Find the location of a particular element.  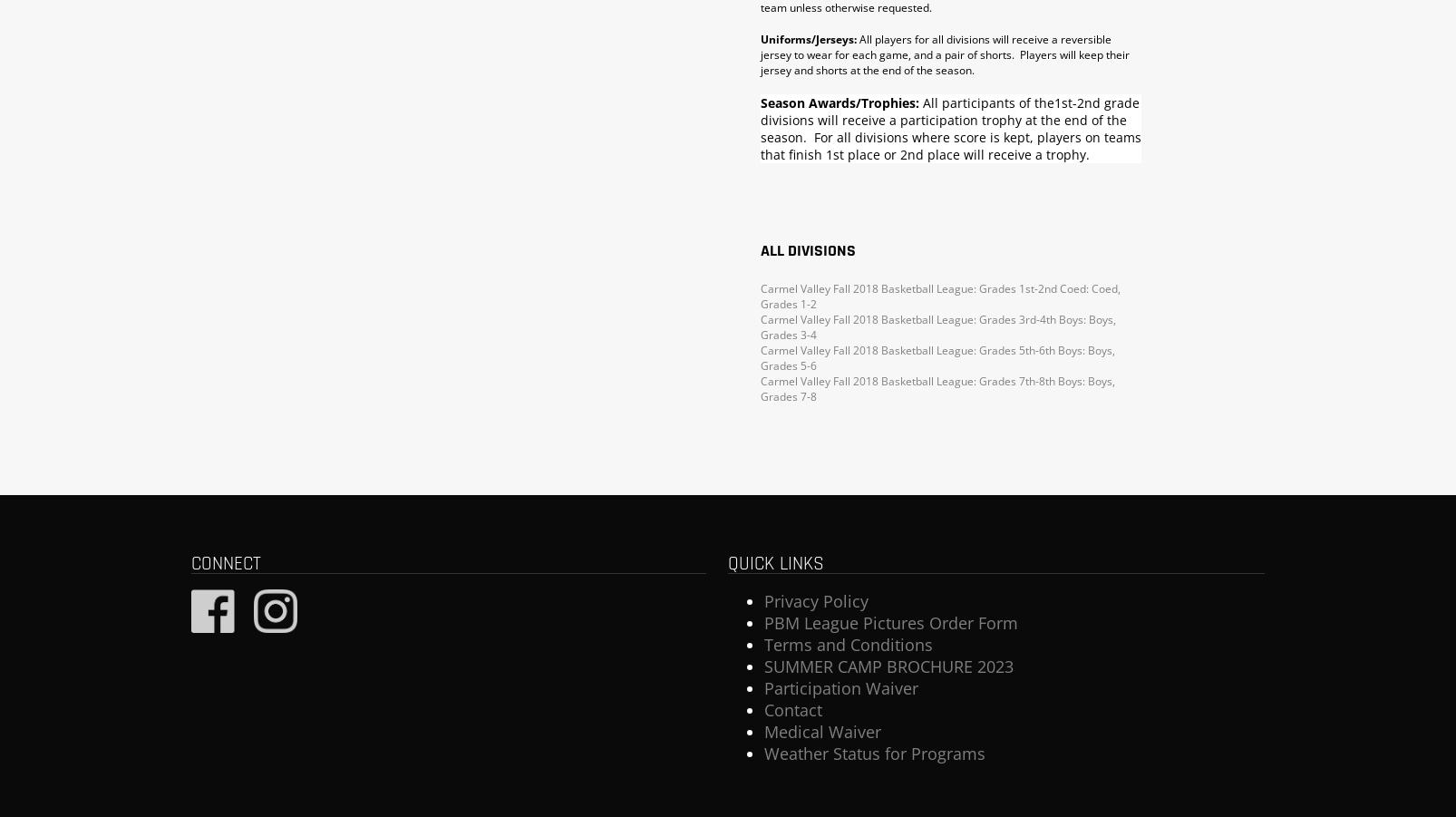

'PBM League Pictures Order Form' is located at coordinates (762, 623).